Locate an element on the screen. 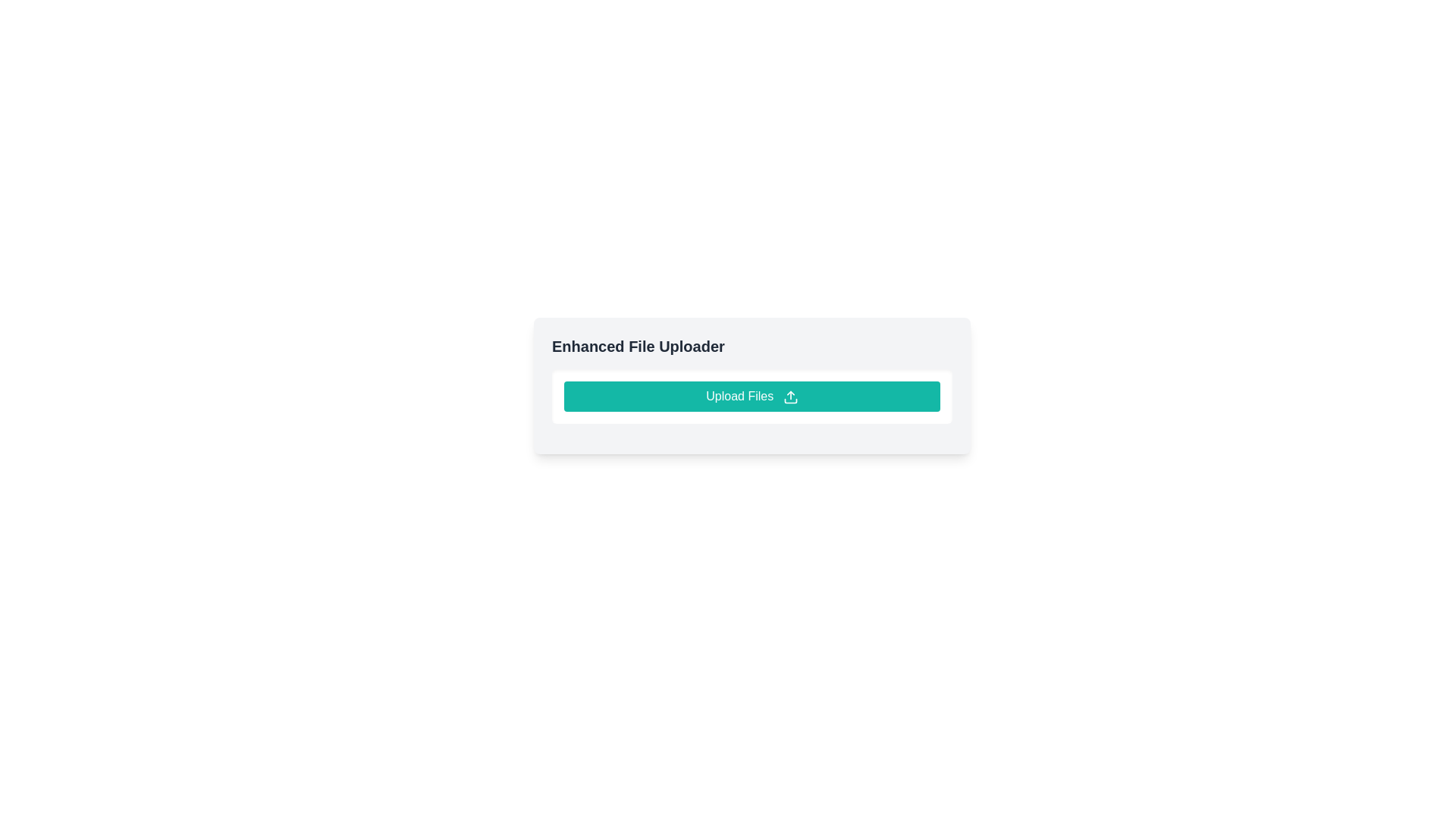  the static text label reading 'Enhanced File Uploader', which is prominently displayed in a bold, large font at the top-left corner of its UI card is located at coordinates (638, 346).